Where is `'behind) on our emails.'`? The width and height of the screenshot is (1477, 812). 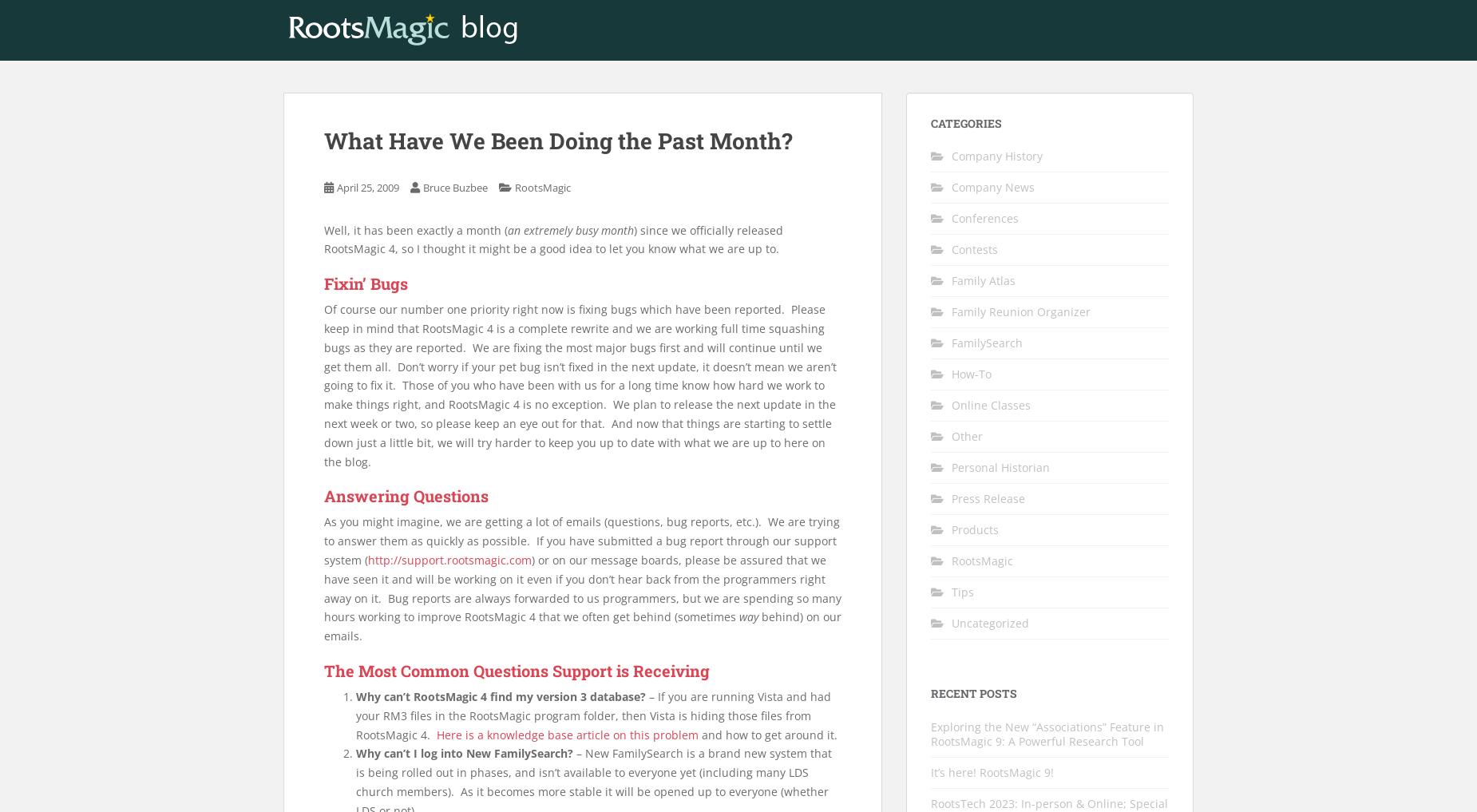 'behind) on our emails.' is located at coordinates (583, 626).